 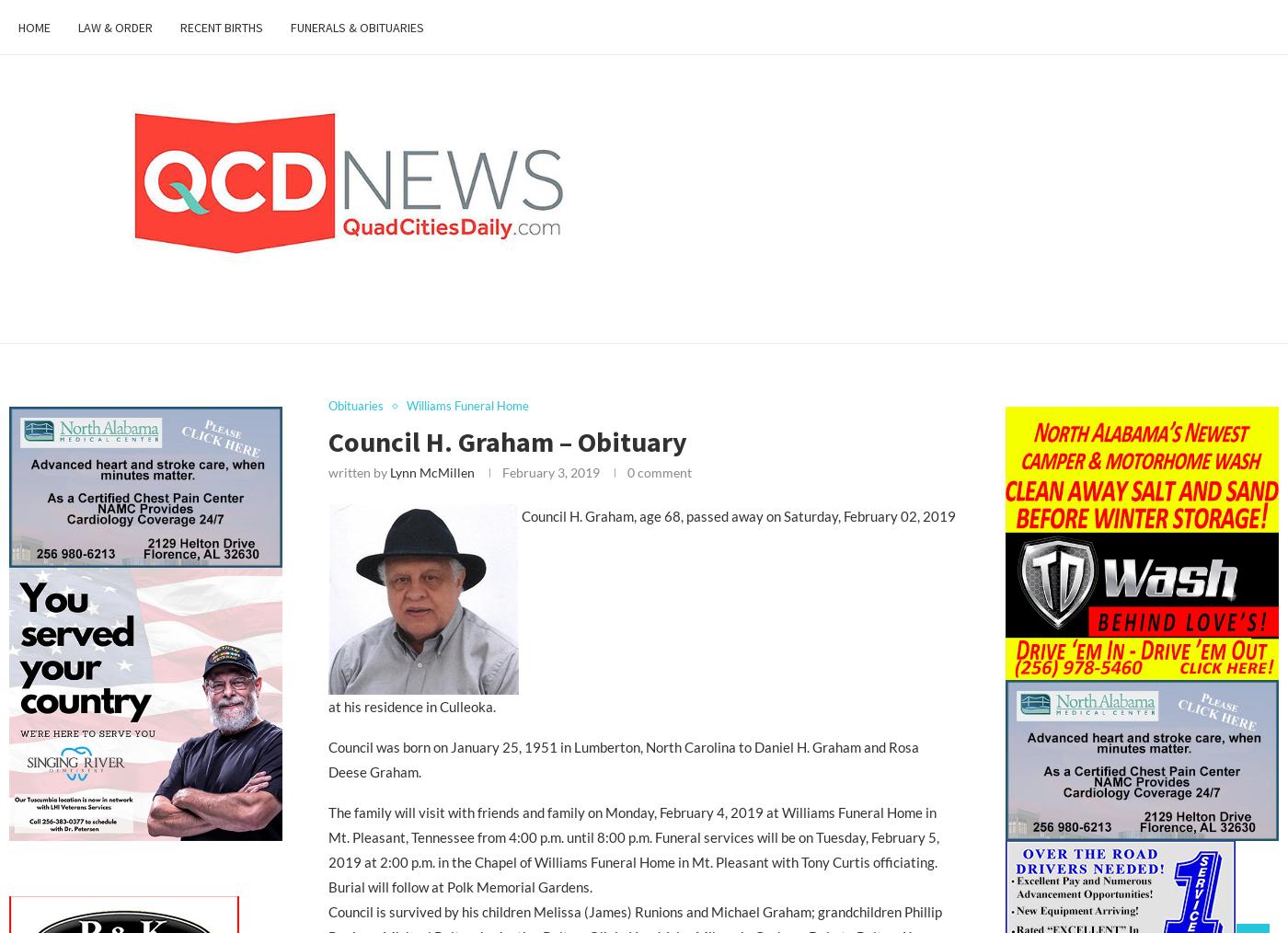 I want to click on 'Funerals & Obituaries', so click(x=357, y=27).